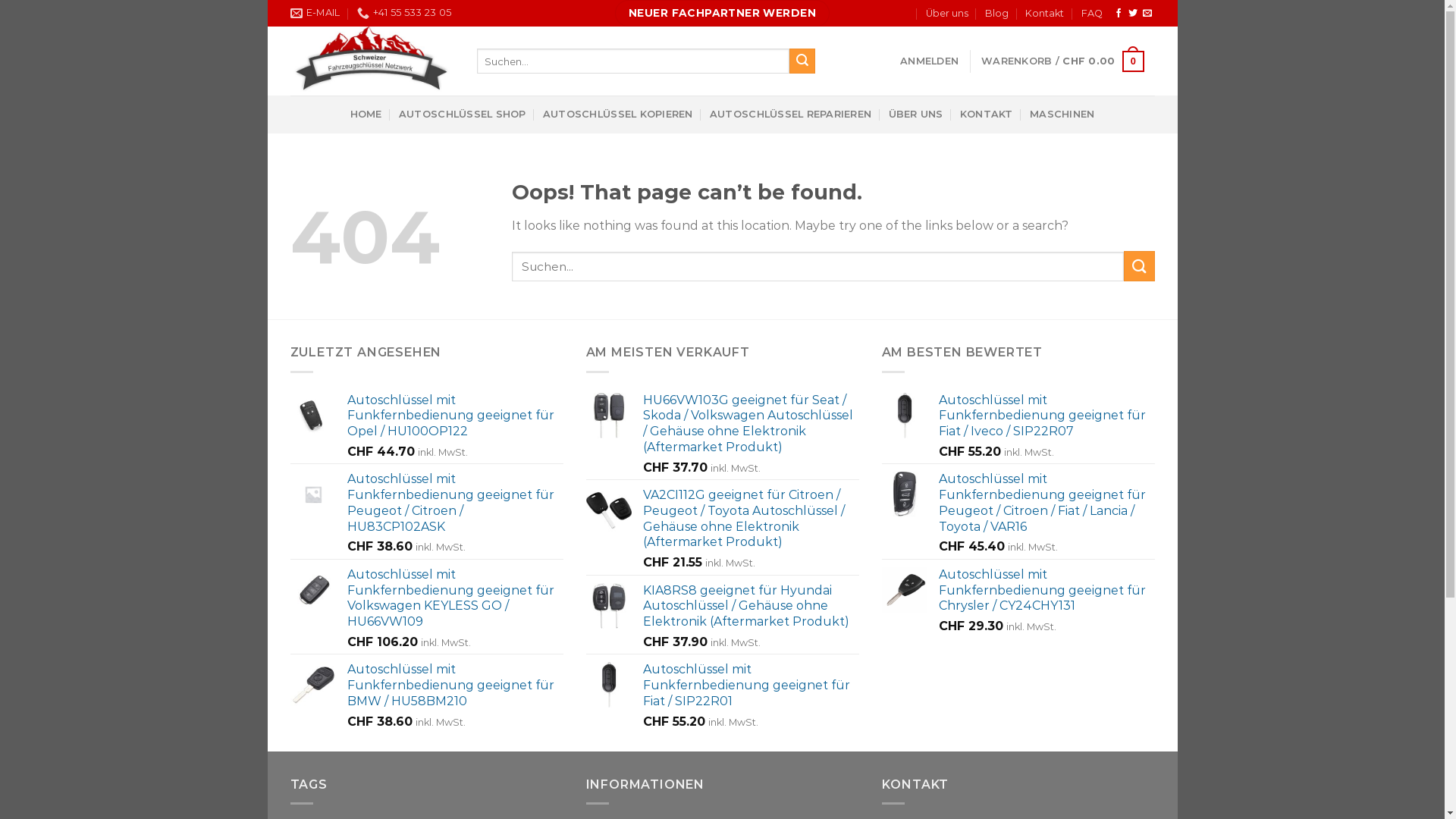 The image size is (1456, 819). What do you see at coordinates (1132, 14) in the screenshot?
I see `'Auf Twitter folgen'` at bounding box center [1132, 14].